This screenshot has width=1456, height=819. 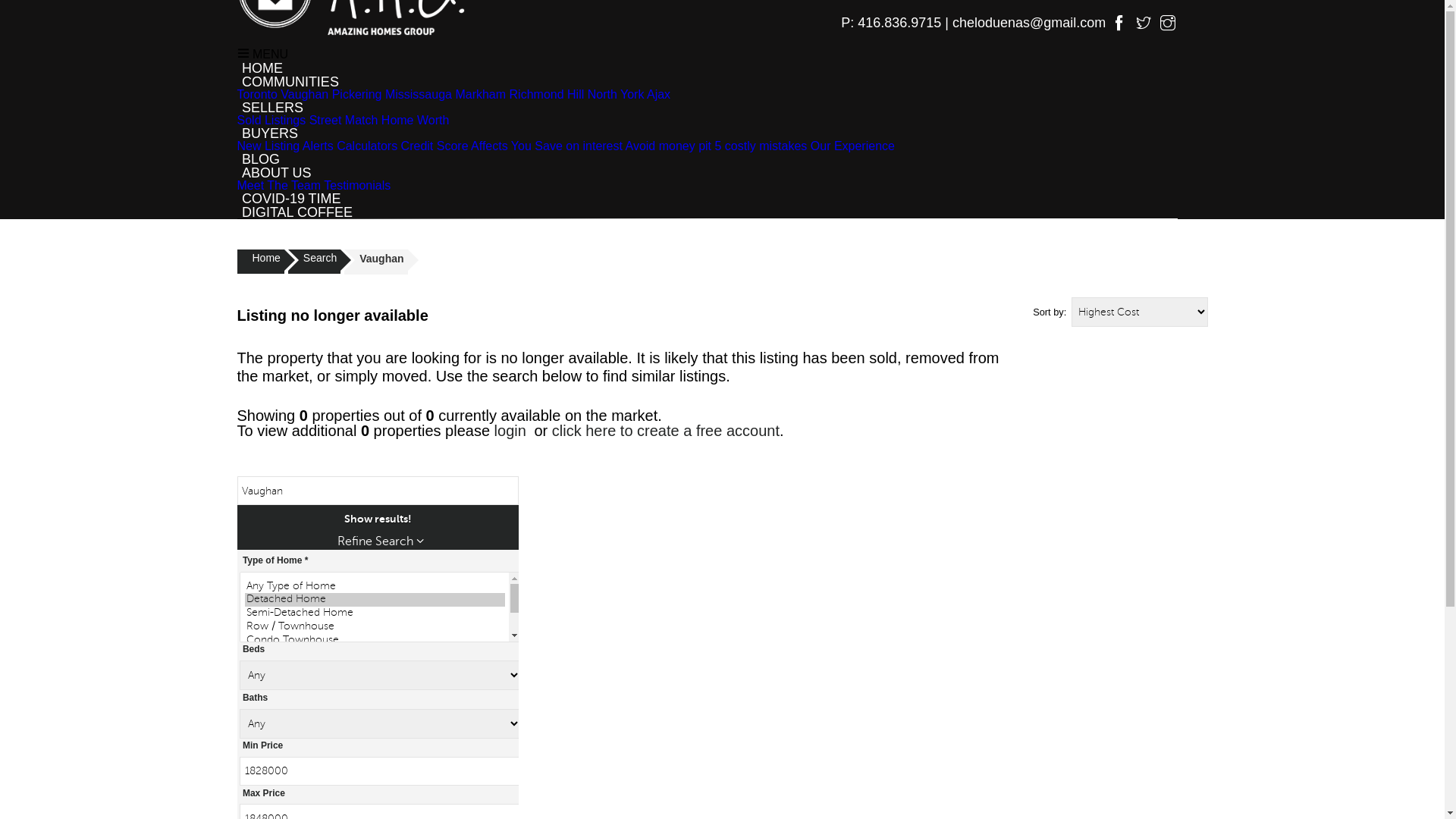 What do you see at coordinates (356, 184) in the screenshot?
I see `'Testimonials'` at bounding box center [356, 184].